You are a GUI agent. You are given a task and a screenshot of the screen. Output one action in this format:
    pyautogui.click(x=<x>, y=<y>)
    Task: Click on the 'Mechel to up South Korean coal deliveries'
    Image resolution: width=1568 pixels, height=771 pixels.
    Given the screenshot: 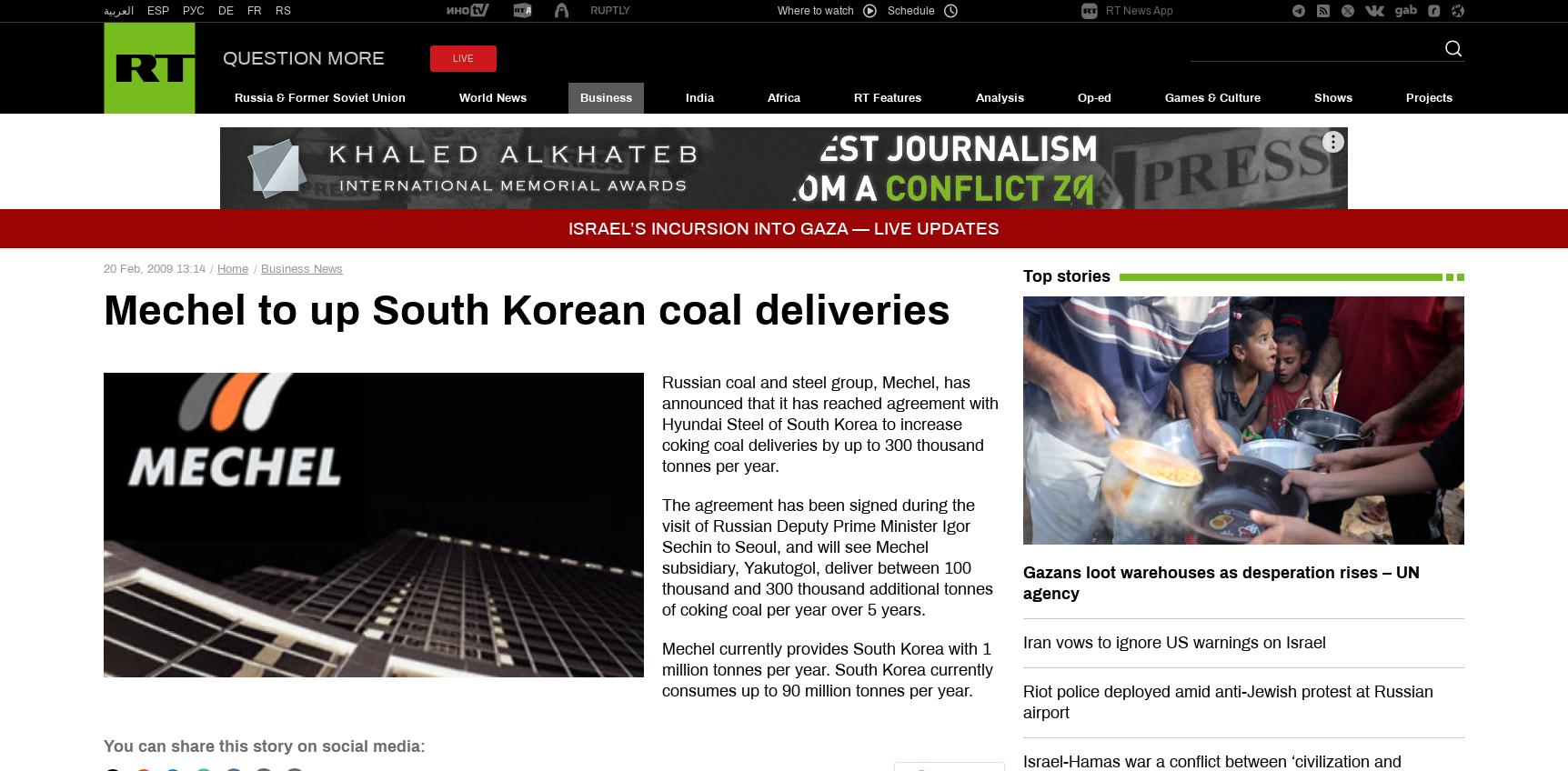 What is the action you would take?
    pyautogui.click(x=527, y=309)
    